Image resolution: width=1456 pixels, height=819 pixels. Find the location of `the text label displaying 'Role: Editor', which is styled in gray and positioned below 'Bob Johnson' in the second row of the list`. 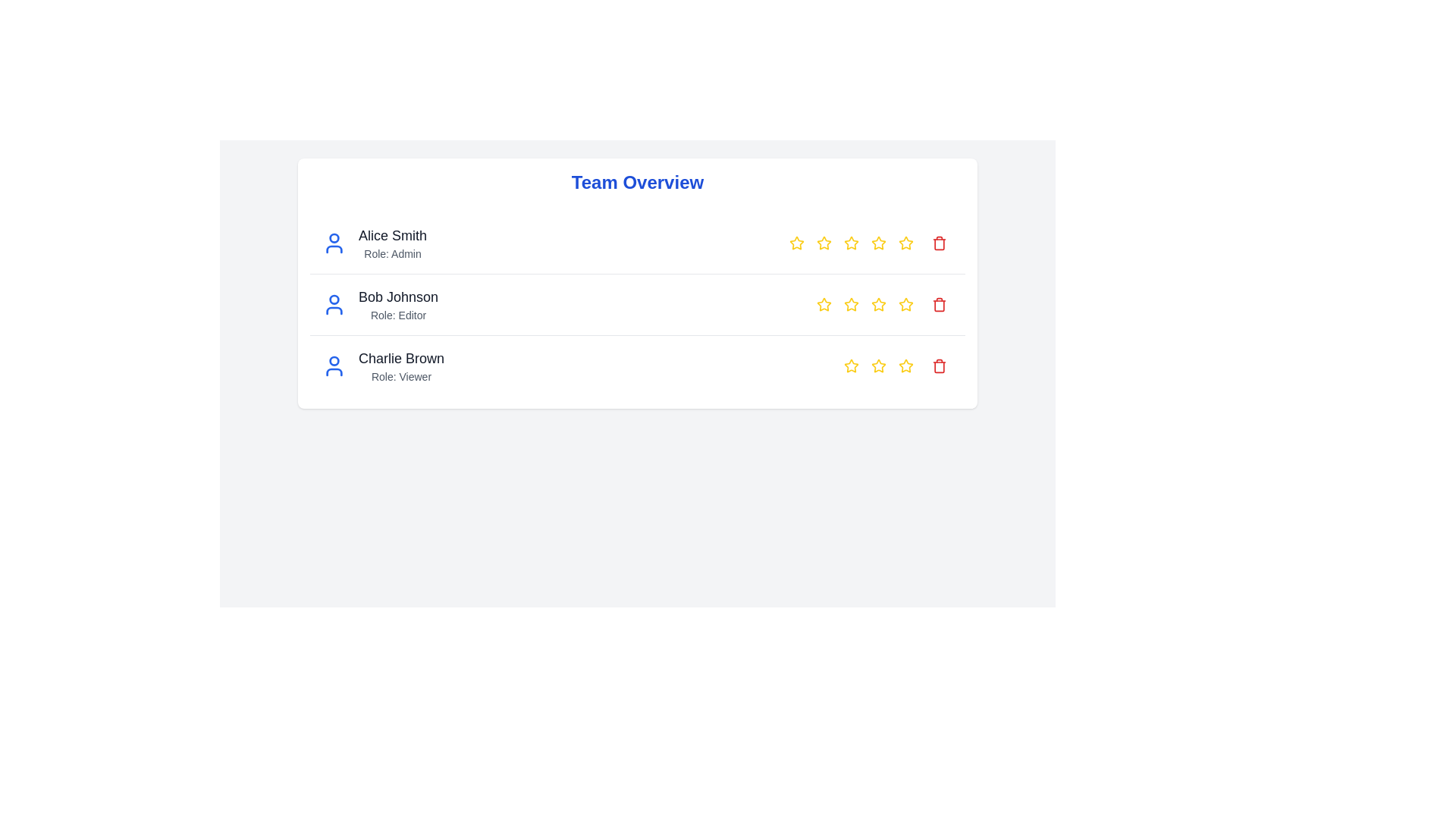

the text label displaying 'Role: Editor', which is styled in gray and positioned below 'Bob Johnson' in the second row of the list is located at coordinates (398, 315).